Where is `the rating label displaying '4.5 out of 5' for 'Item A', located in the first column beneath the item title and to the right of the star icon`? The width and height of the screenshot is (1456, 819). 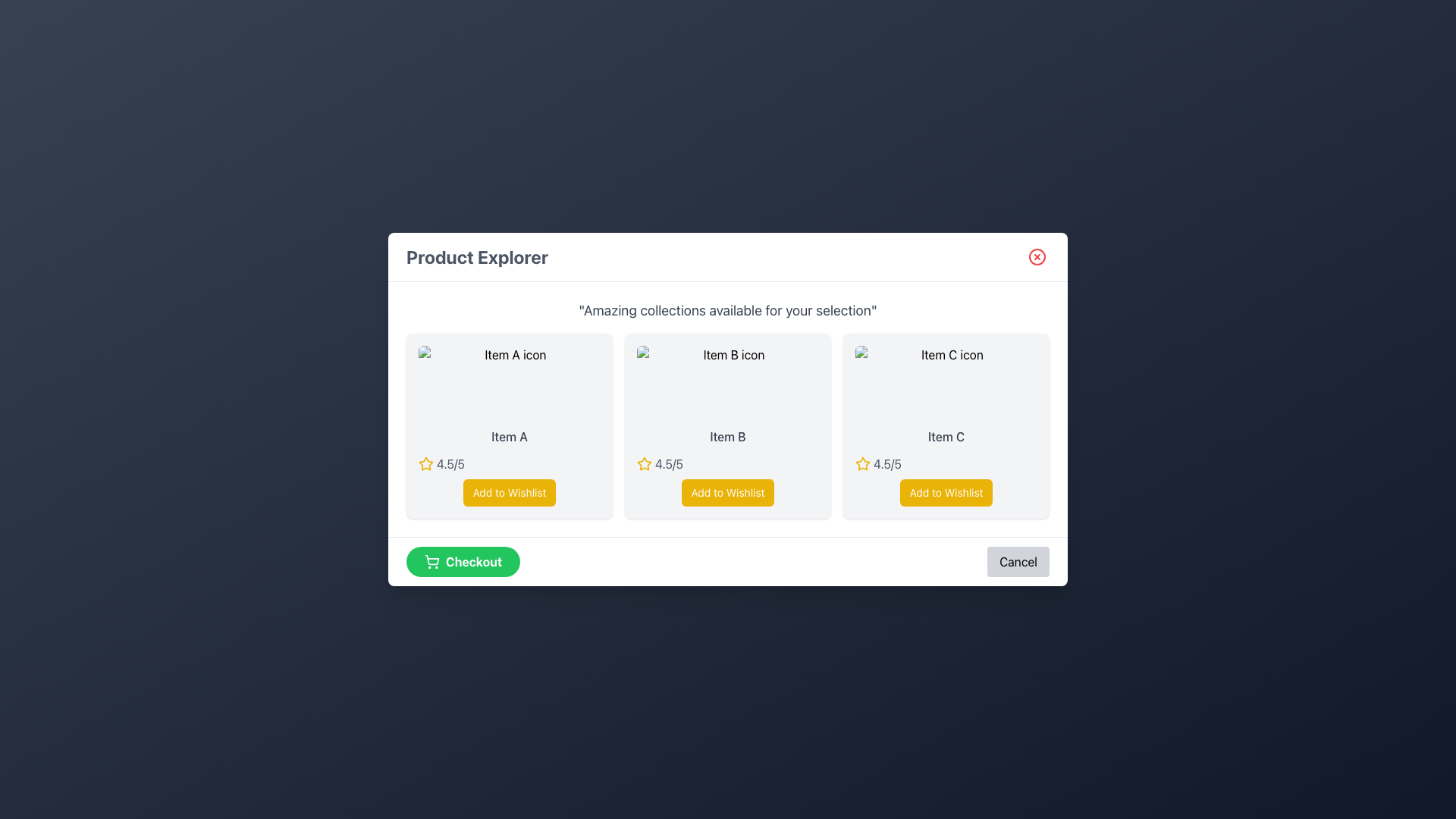
the rating label displaying '4.5 out of 5' for 'Item A', located in the first column beneath the item title and to the right of the star icon is located at coordinates (450, 463).